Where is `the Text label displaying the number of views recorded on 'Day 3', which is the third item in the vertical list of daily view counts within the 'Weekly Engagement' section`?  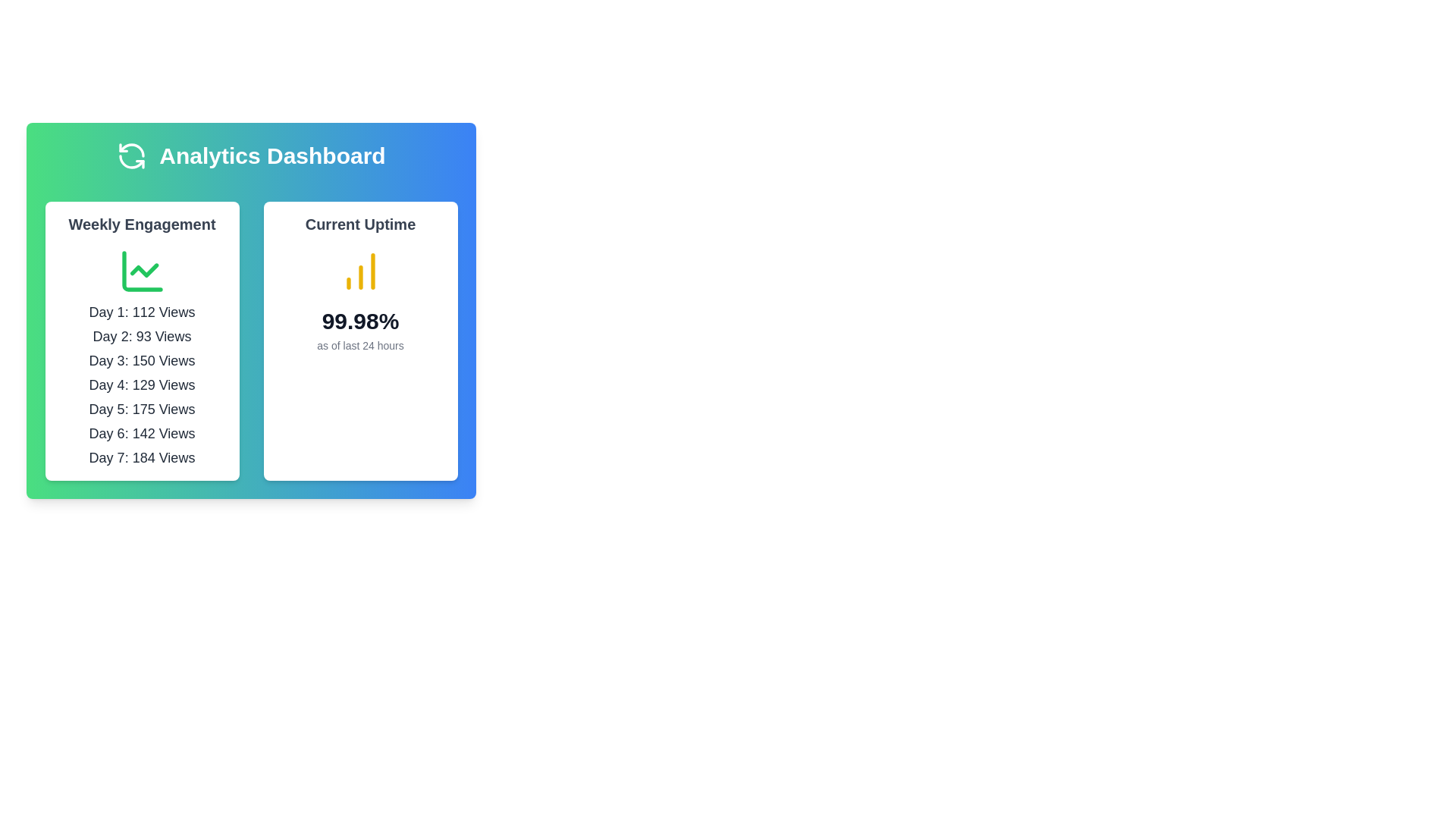
the Text label displaying the number of views recorded on 'Day 3', which is the third item in the vertical list of daily view counts within the 'Weekly Engagement' section is located at coordinates (142, 360).